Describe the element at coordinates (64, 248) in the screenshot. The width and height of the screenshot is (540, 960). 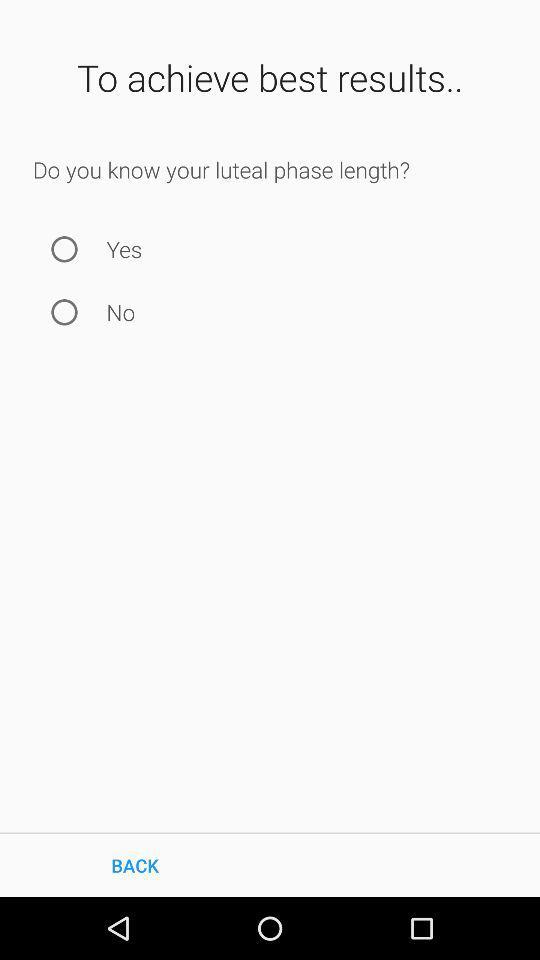
I see `the item below the do you know` at that location.